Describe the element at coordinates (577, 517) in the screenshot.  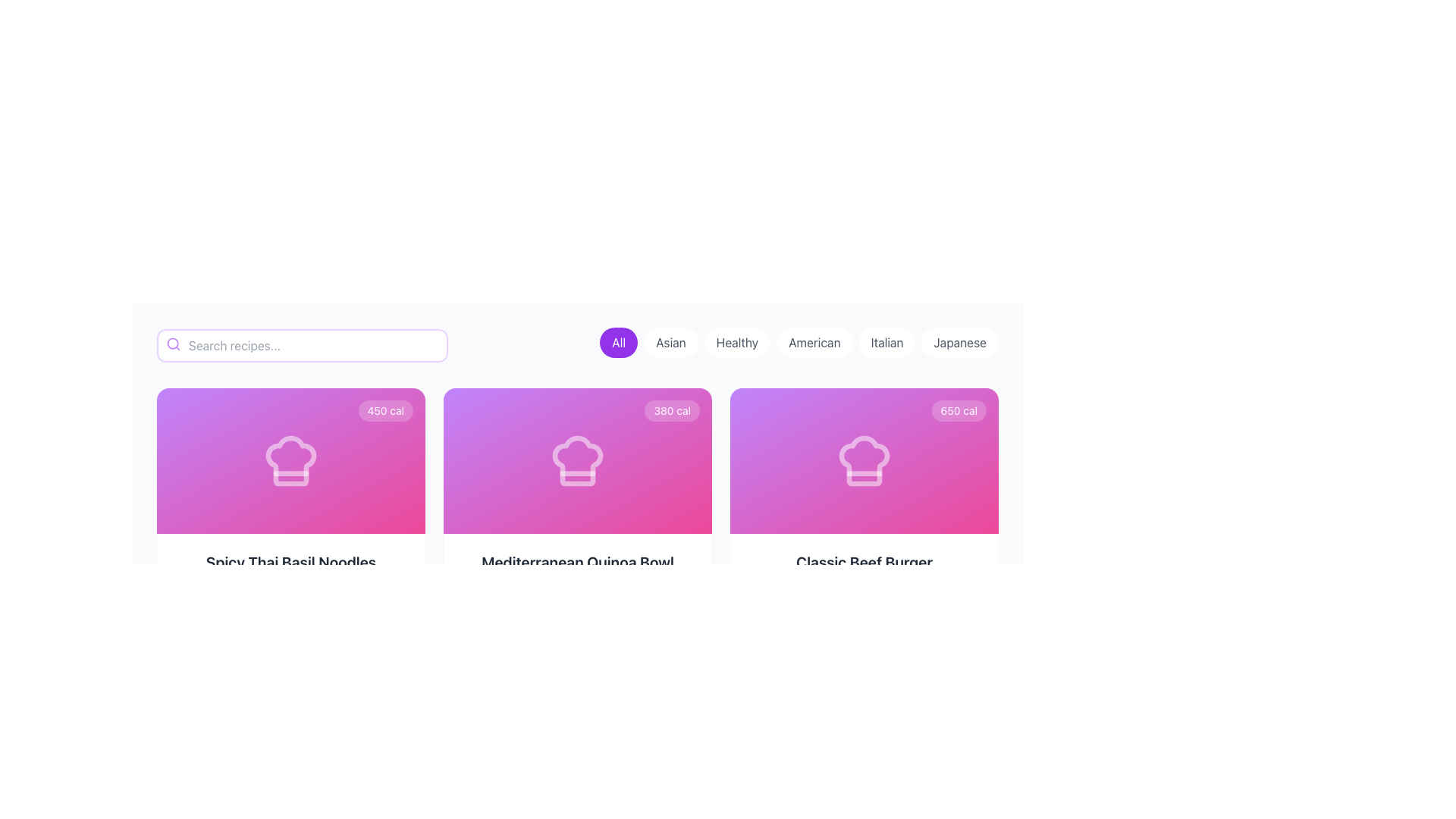
I see `the recipe card titled 'Mediterranean Quinoa Bowl' which is located in the second position of a horizontal grid of recipe cards` at that location.